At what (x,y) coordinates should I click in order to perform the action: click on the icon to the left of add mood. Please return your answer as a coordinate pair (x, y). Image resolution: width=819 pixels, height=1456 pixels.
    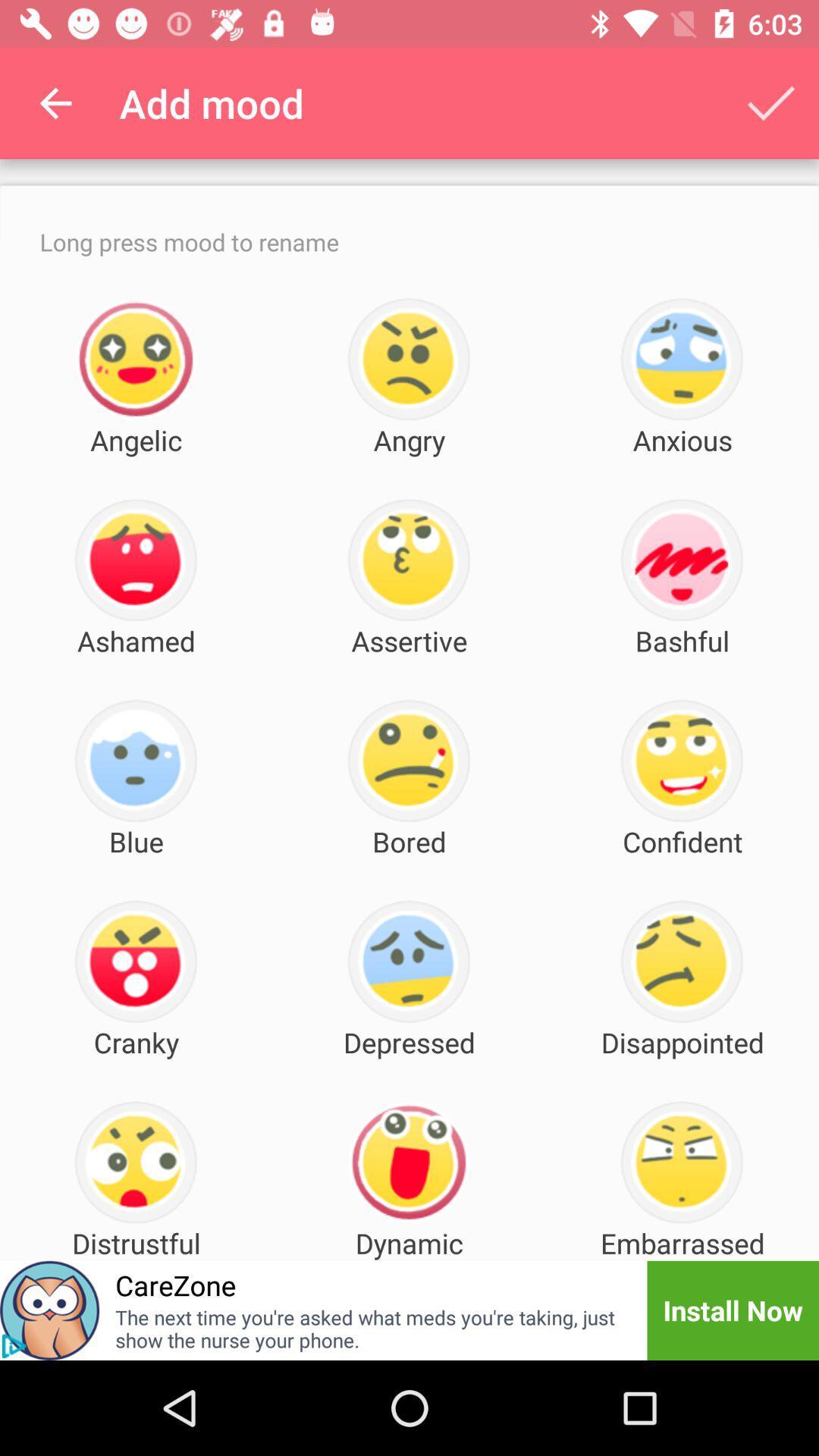
    Looking at the image, I should click on (55, 102).